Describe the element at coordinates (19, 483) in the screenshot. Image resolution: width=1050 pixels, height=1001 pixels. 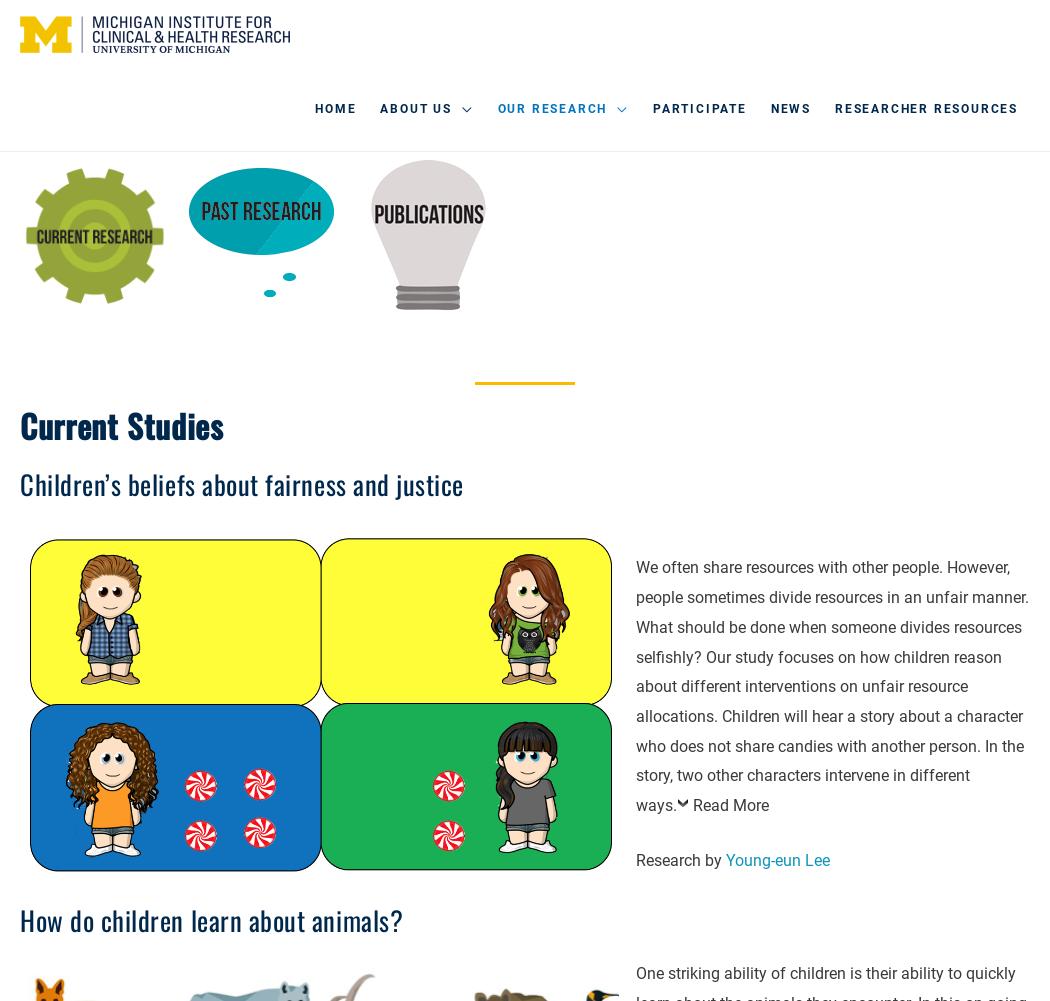
I see `'Children’s beliefs about fairness and justice'` at that location.